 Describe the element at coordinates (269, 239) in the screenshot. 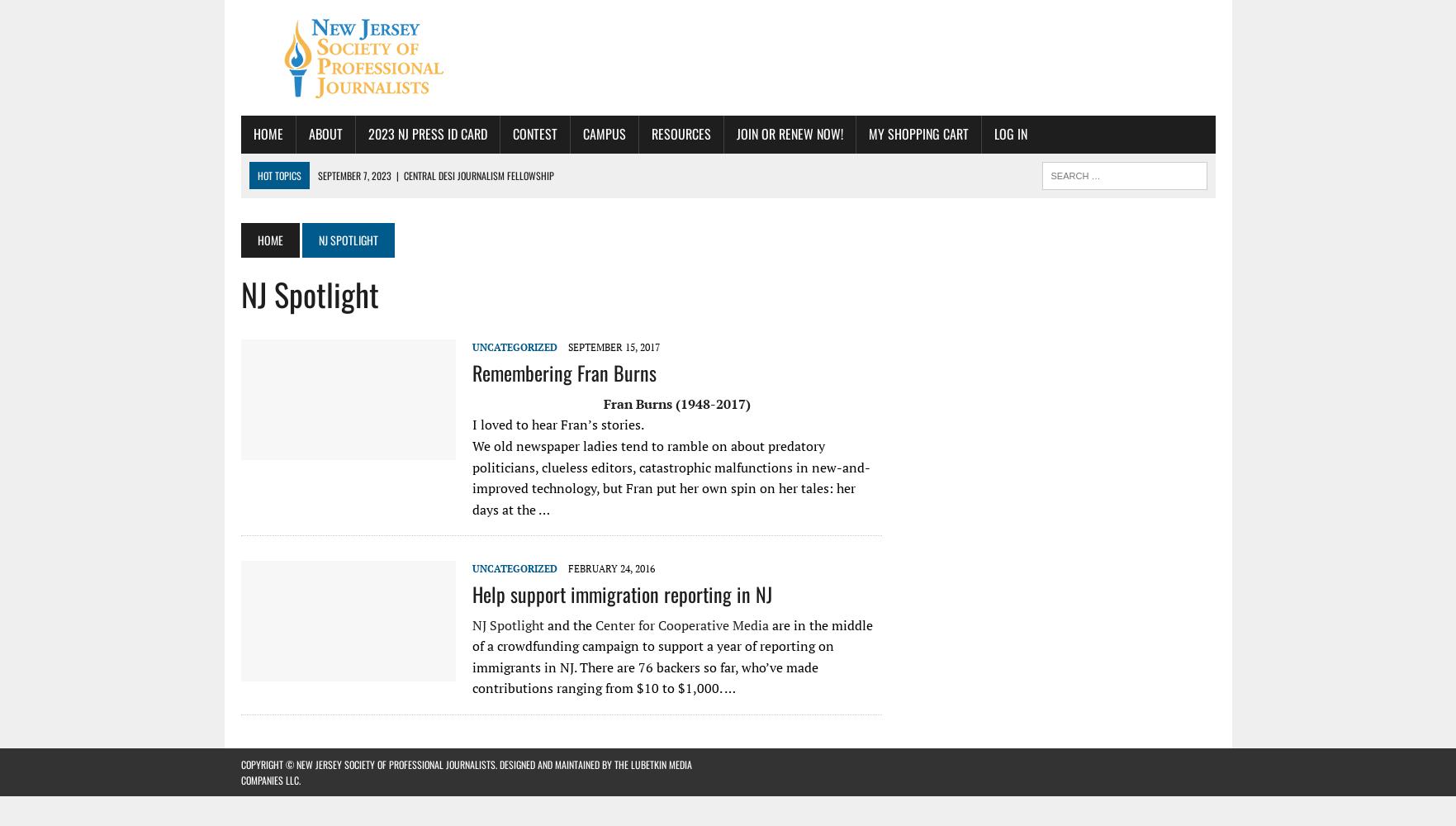

I see `'Home'` at that location.